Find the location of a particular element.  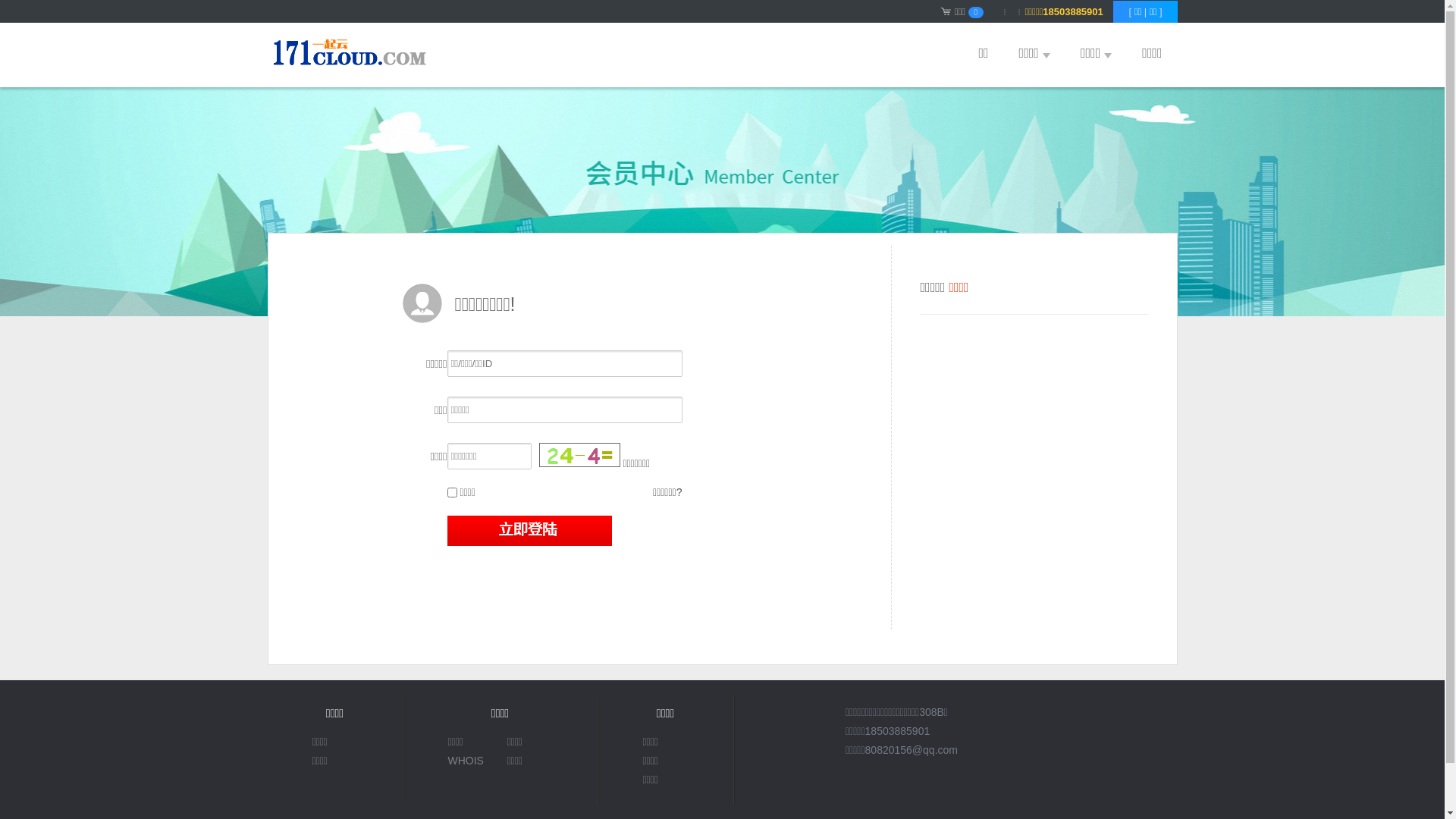

'0' is located at coordinates (975, 12).